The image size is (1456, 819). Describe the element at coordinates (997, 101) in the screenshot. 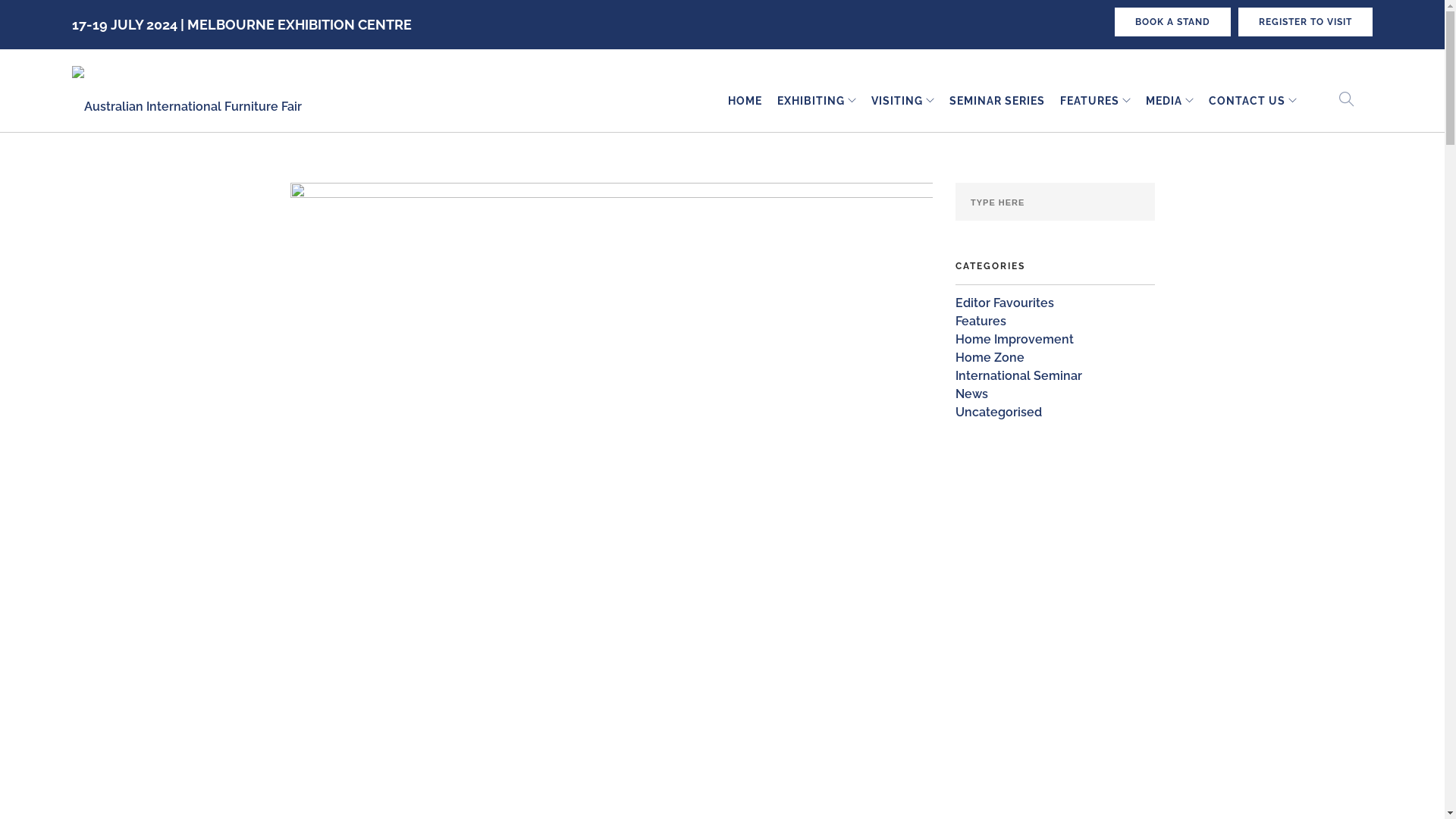

I see `'SEMINAR SERIES'` at that location.